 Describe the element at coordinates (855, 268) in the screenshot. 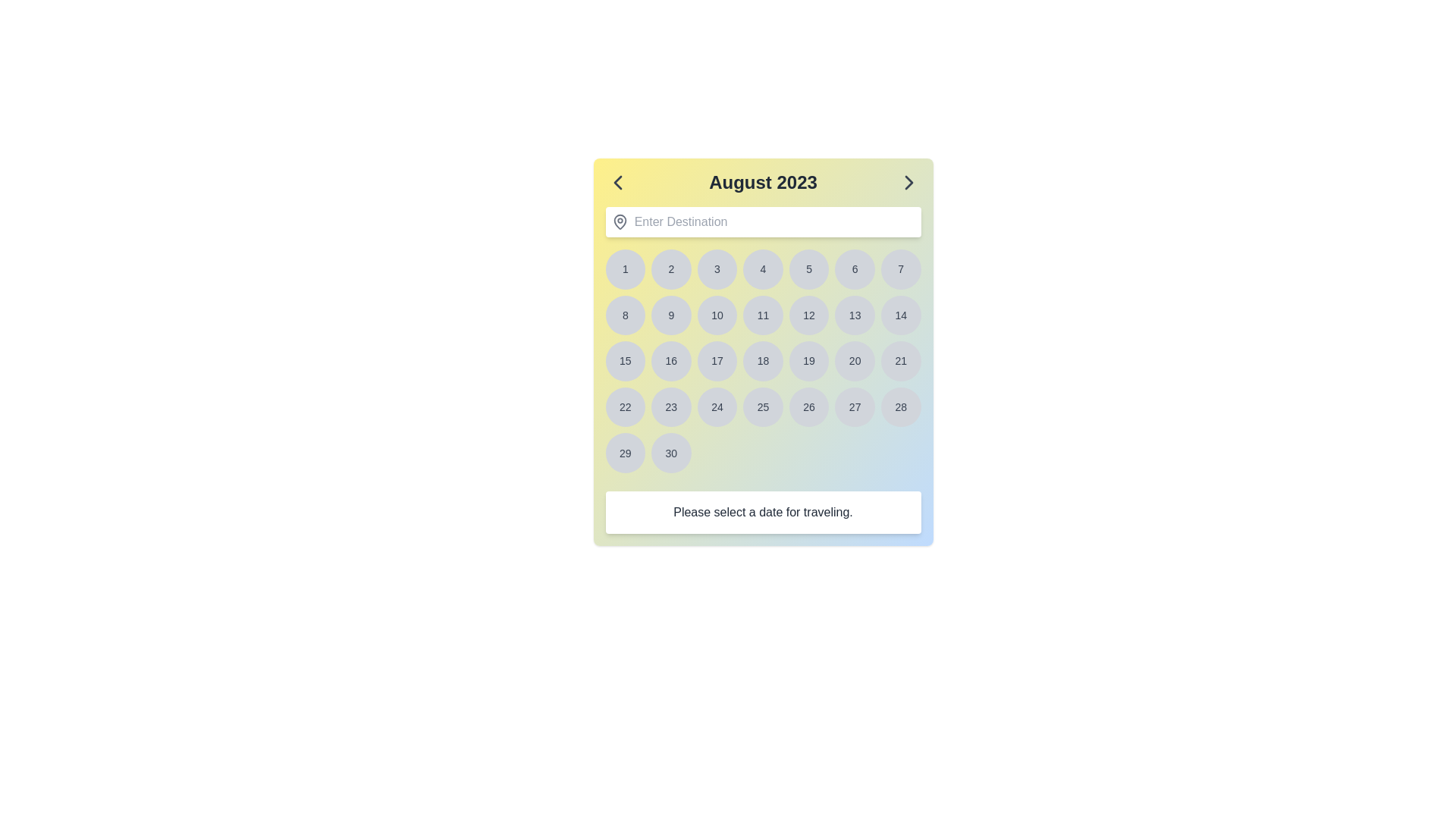

I see `the button representing the sixth day of August 2023 in the calendar interface` at that location.